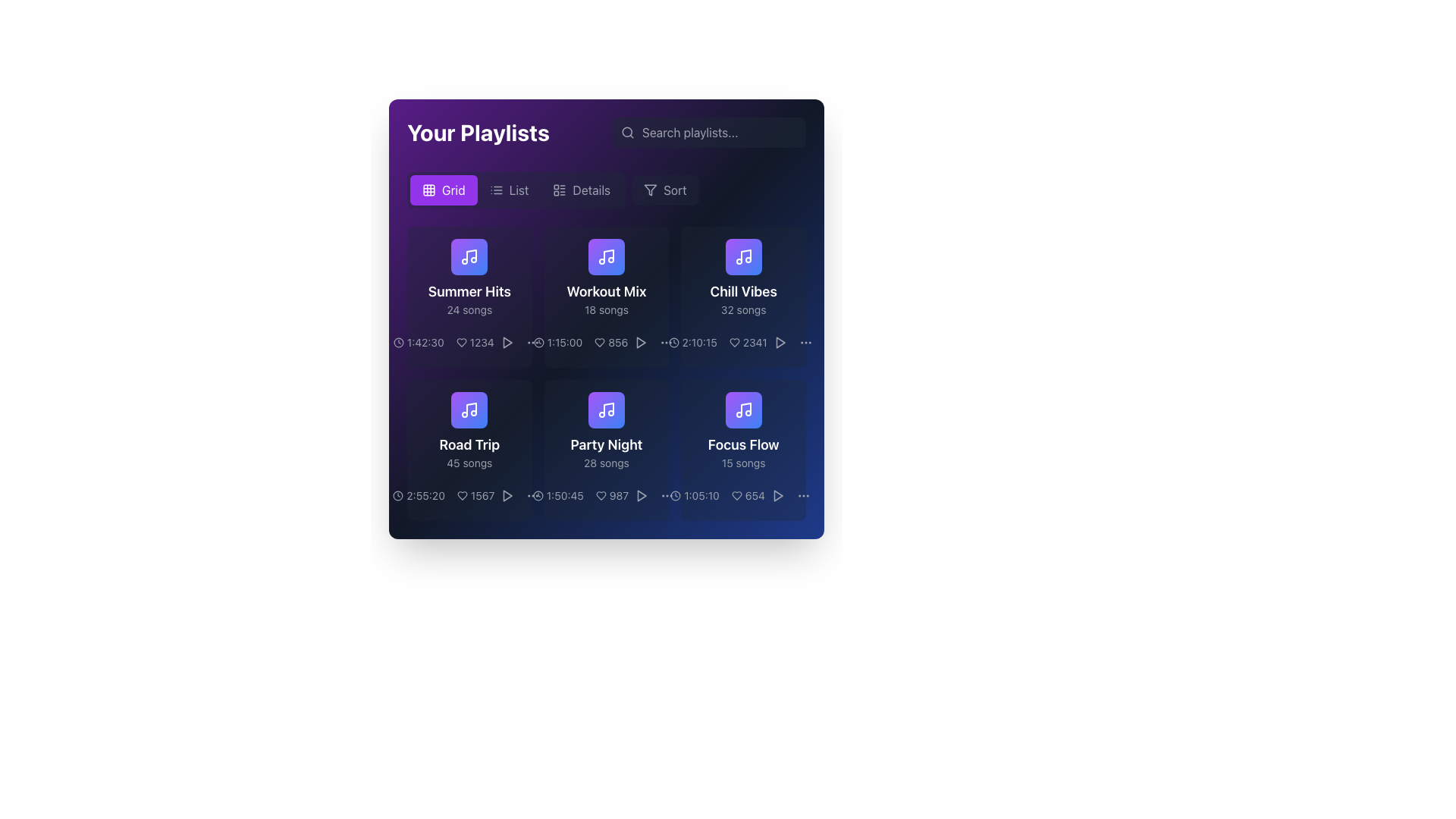 This screenshot has height=819, width=1456. I want to click on the heart icon in the 'Your Playlists' section, so click(599, 342).